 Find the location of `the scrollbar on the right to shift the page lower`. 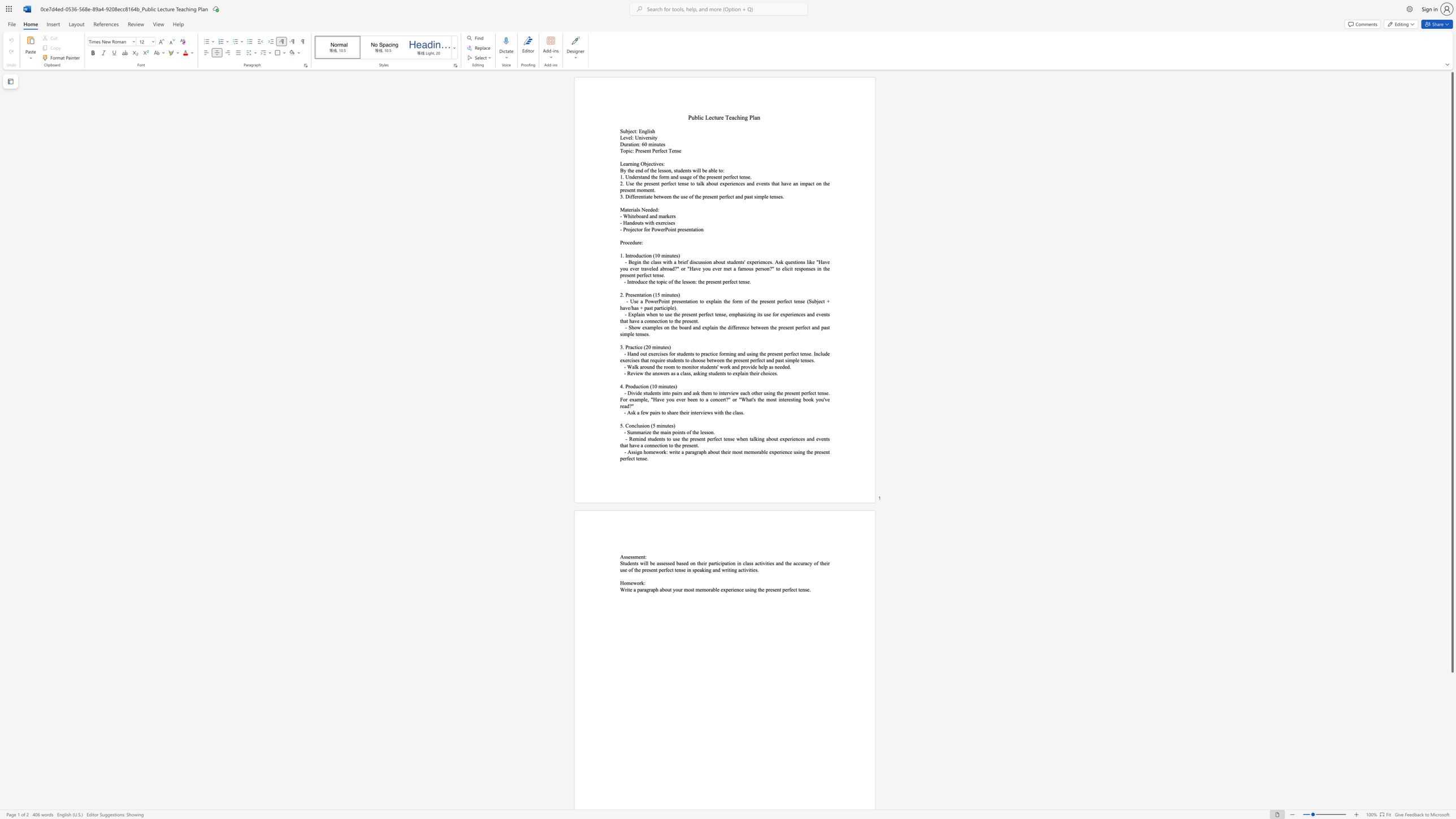

the scrollbar on the right to shift the page lower is located at coordinates (1451, 727).